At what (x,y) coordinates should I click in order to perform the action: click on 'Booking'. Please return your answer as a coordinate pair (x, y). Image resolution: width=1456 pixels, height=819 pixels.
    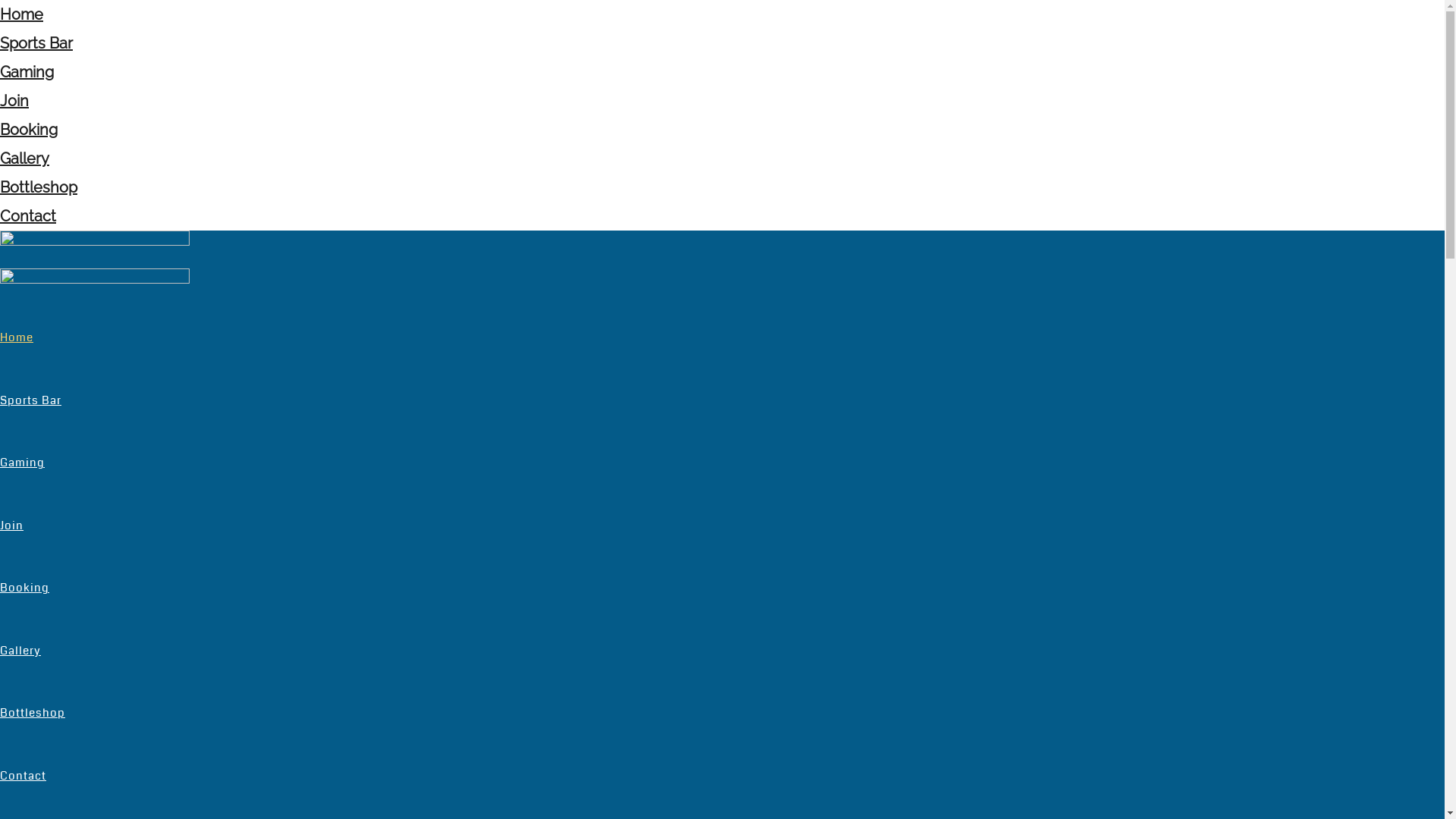
    Looking at the image, I should click on (24, 587).